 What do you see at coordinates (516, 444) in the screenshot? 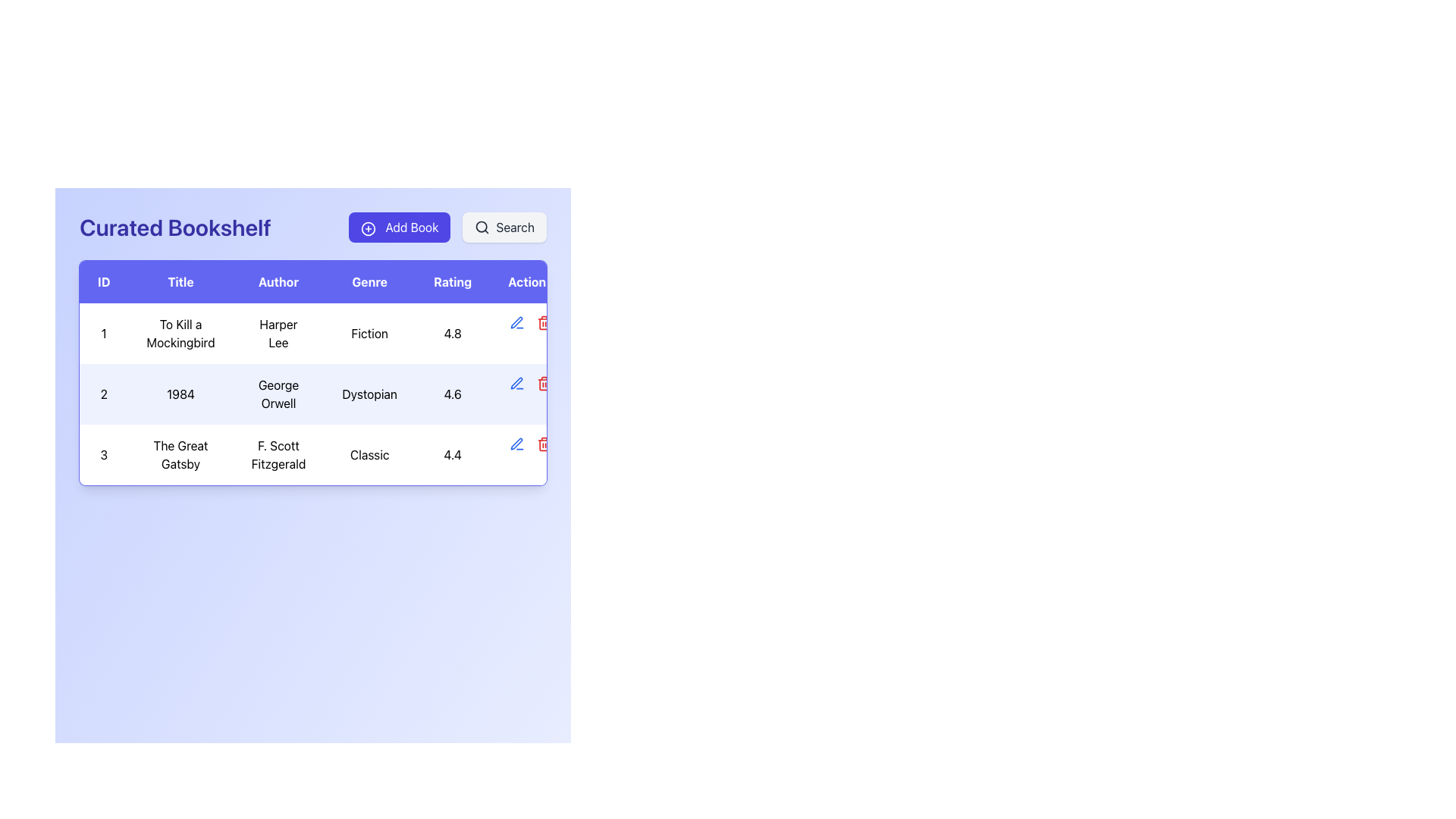
I see `the blue pen icon in the 'Action' column of the second row ('1984')` at bounding box center [516, 444].